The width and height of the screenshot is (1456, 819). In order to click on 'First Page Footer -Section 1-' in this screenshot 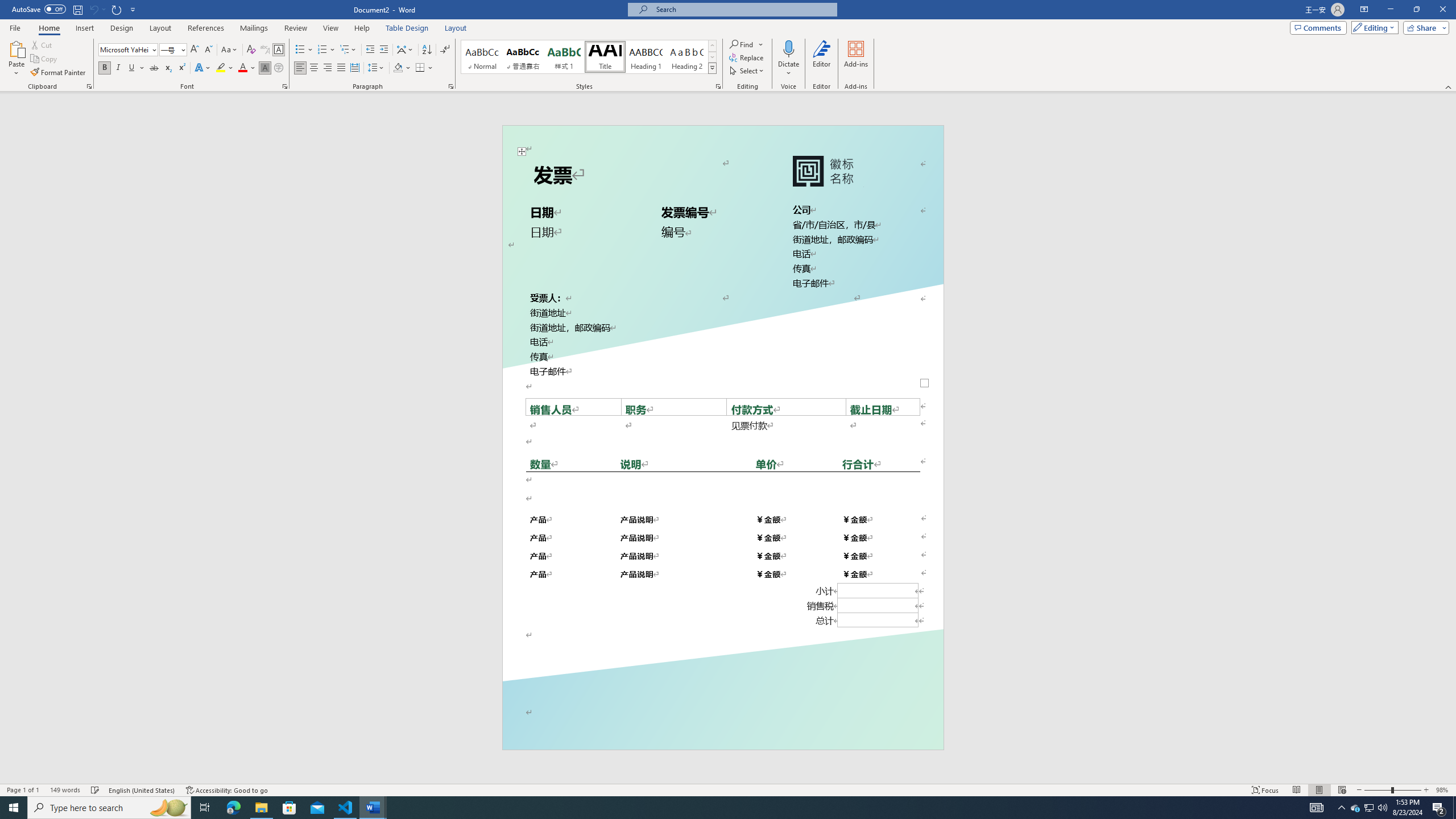, I will do `click(723, 723)`.